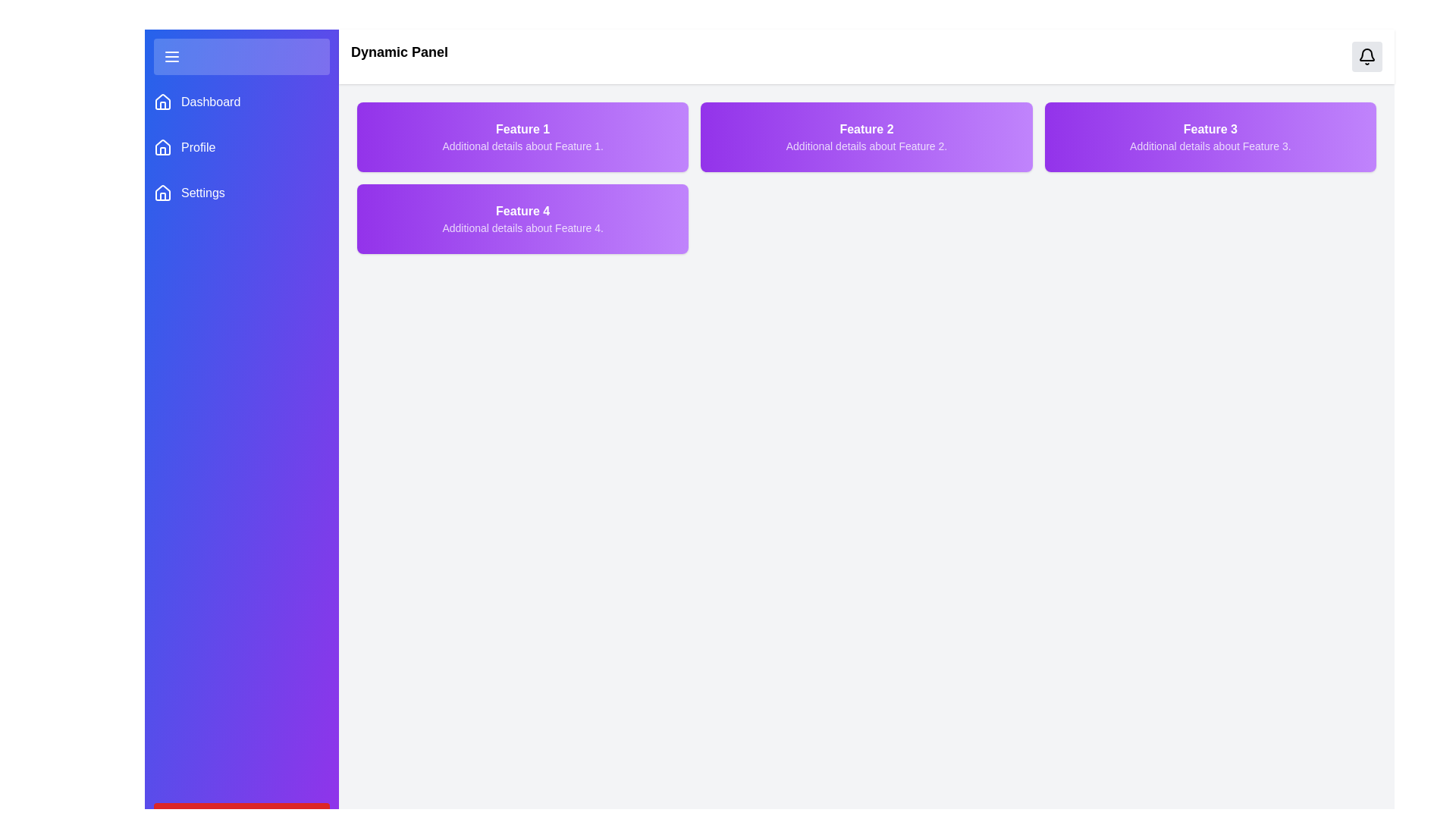  What do you see at coordinates (163, 102) in the screenshot?
I see `the house outline icon in the sidebar menu` at bounding box center [163, 102].